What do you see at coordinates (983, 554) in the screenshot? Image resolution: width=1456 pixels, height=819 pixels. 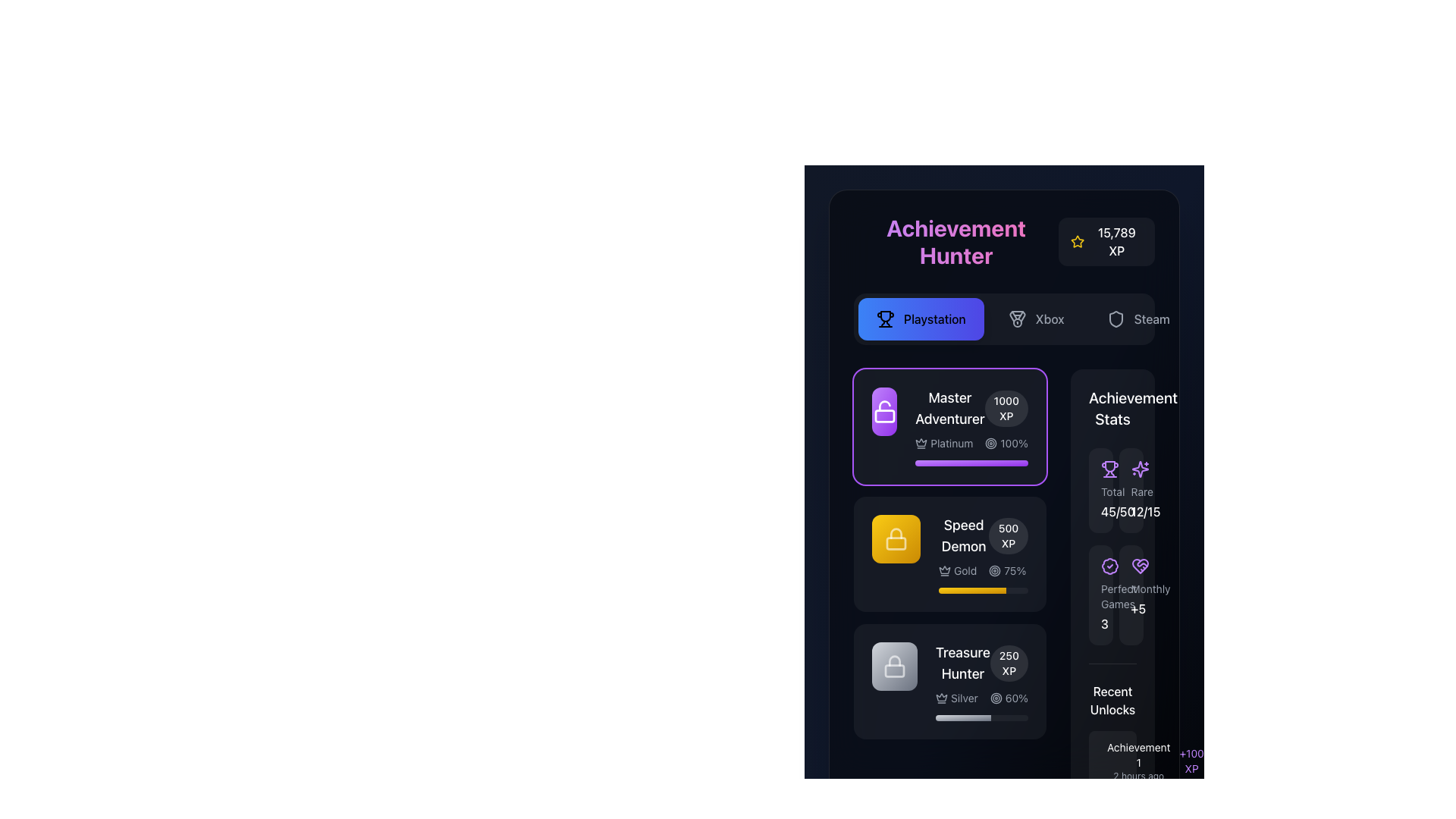 I see `the Achievement card that contains the text 'Speed Demon' styled in white, with '500 XP' in a round background, 'Gold' with a crown icon, and '75%' with a target icon, located below the 'Master Adventurer' card` at bounding box center [983, 554].